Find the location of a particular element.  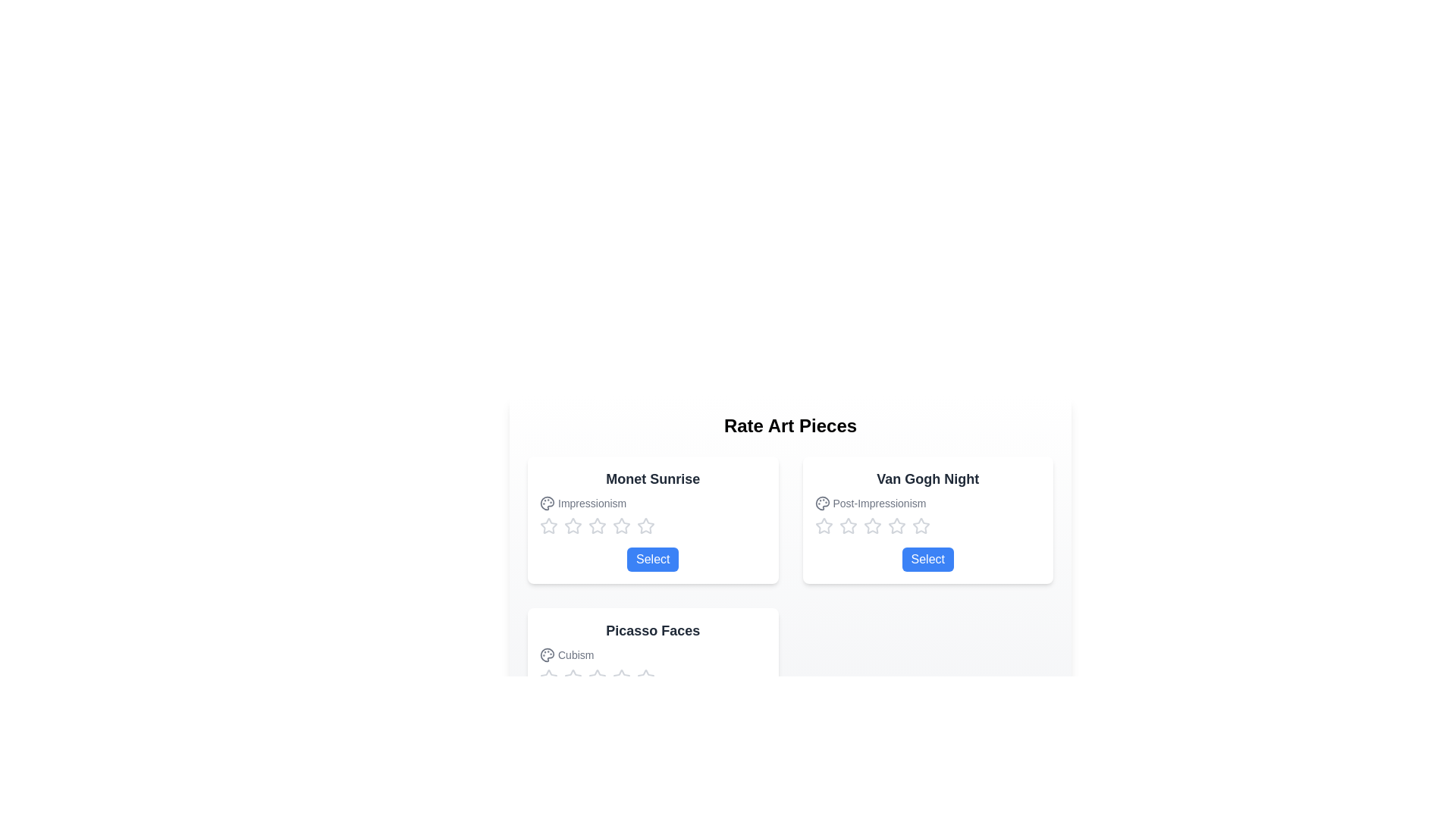

the star rating in the 'Monet Sunrise' card to rate the artwork is located at coordinates (653, 519).